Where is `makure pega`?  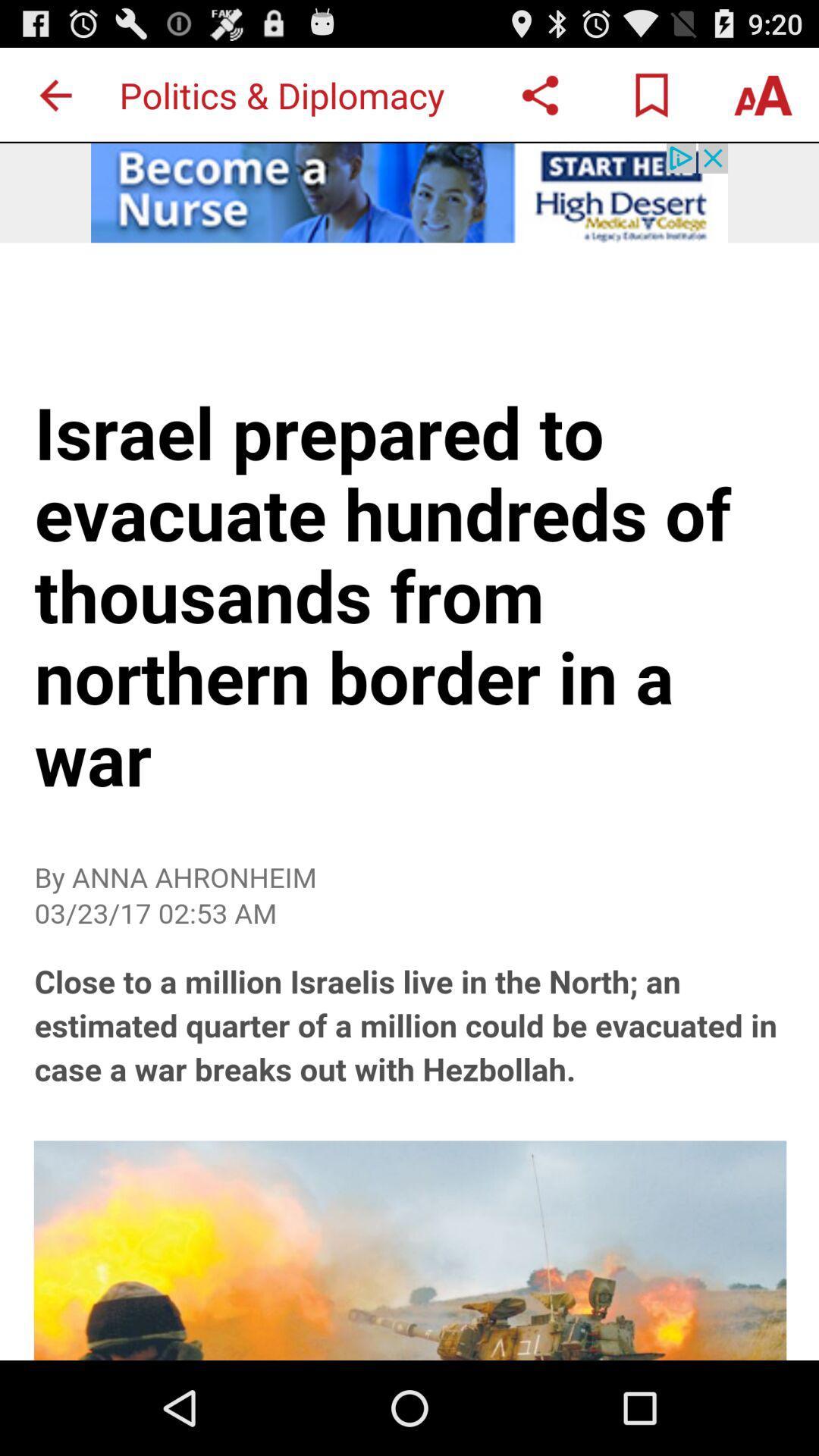
makure pega is located at coordinates (55, 94).